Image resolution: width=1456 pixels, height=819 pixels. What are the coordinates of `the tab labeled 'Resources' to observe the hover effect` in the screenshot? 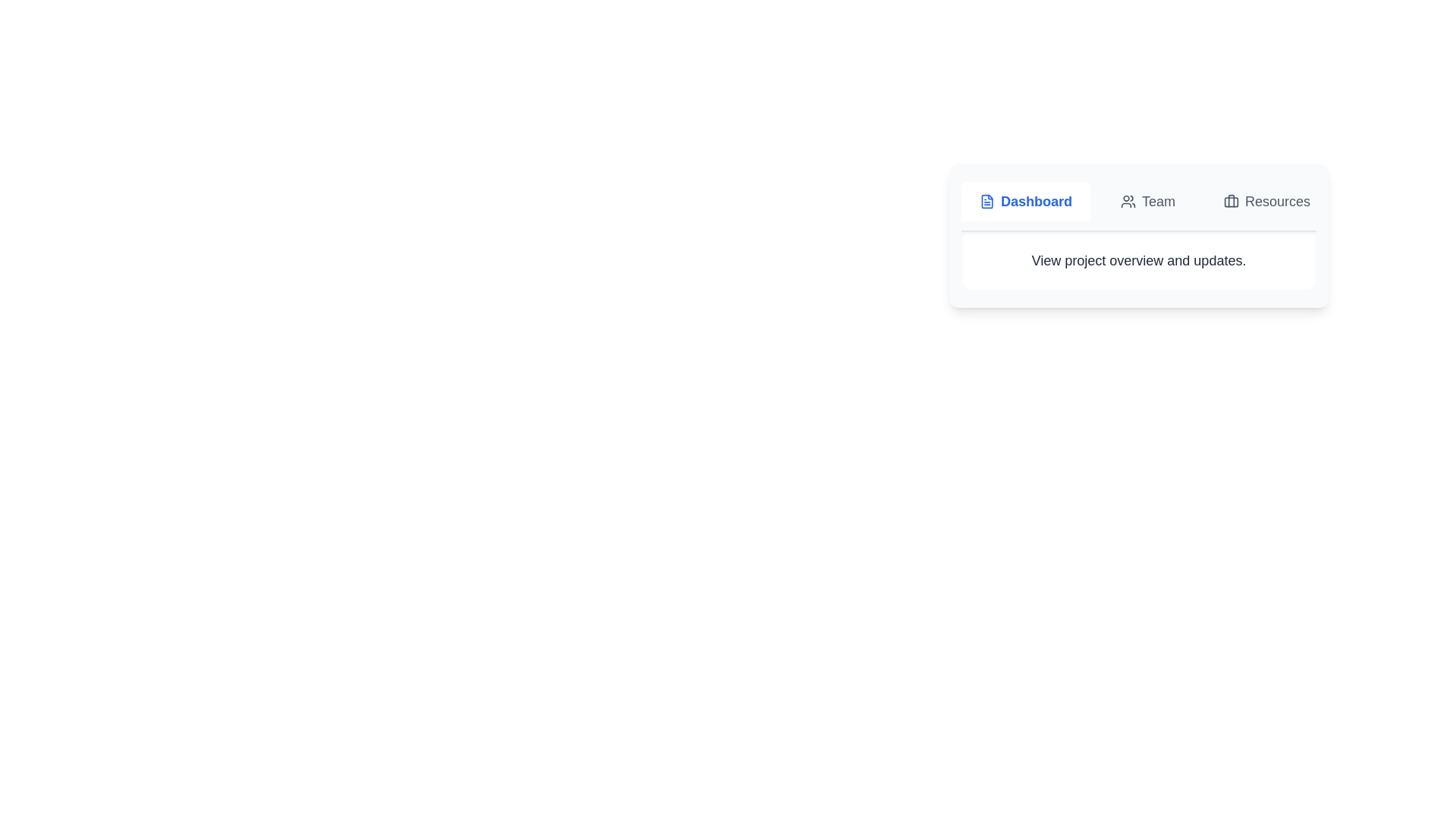 It's located at (1266, 201).